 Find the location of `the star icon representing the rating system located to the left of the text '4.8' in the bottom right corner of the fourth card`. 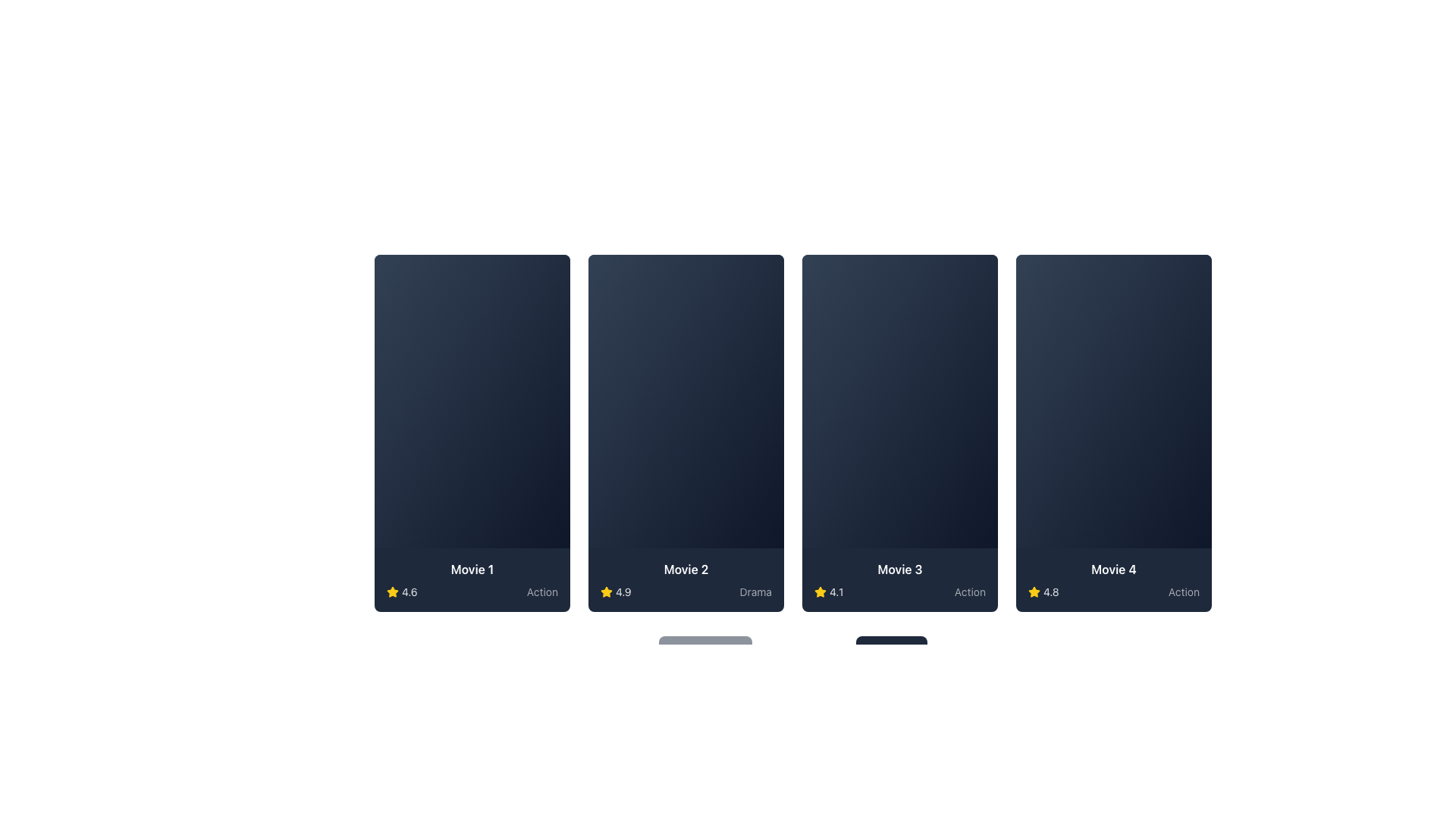

the star icon representing the rating system located to the left of the text '4.8' in the bottom right corner of the fourth card is located at coordinates (1033, 591).